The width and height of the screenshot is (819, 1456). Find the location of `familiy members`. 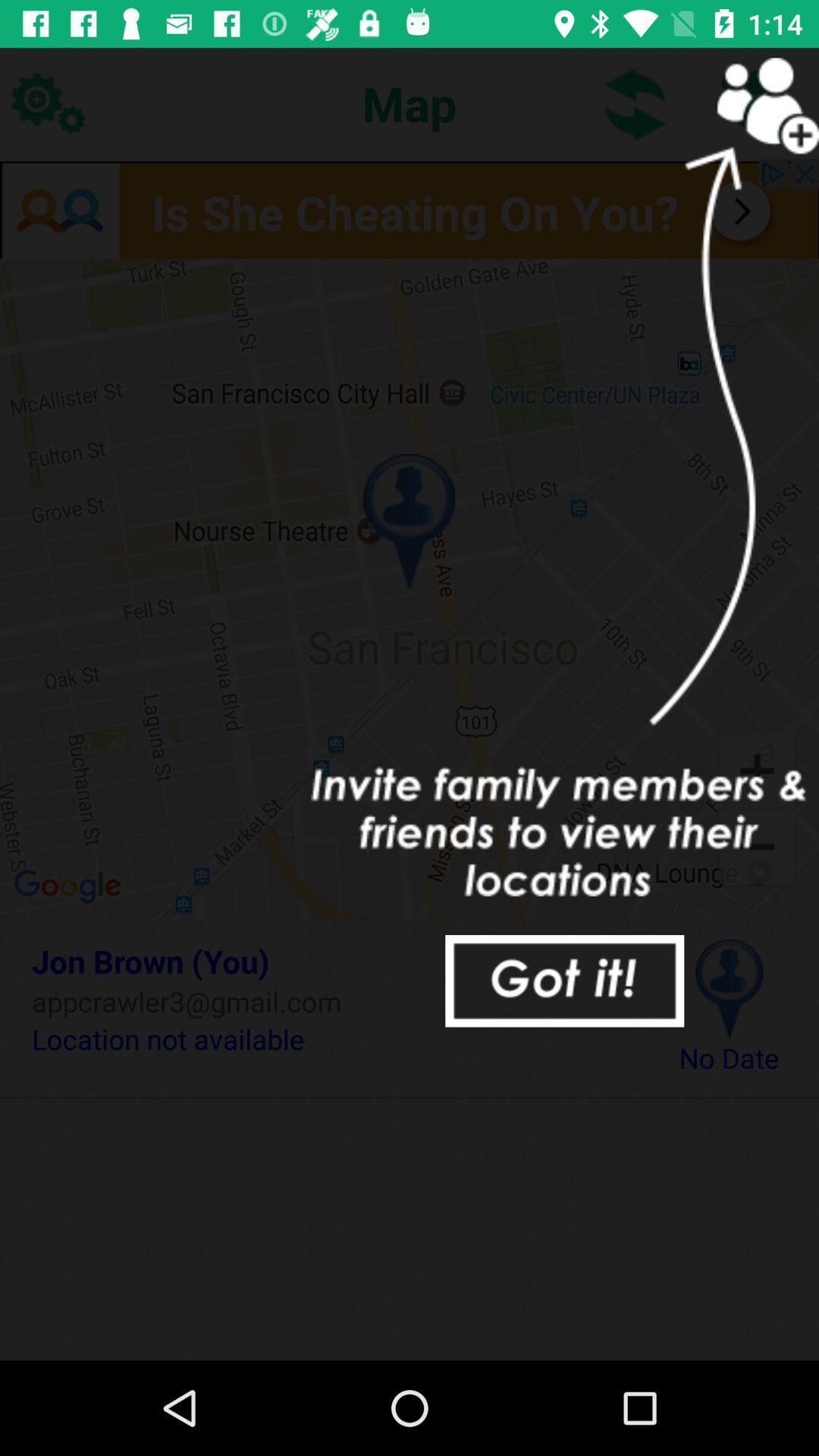

familiy members is located at coordinates (751, 102).